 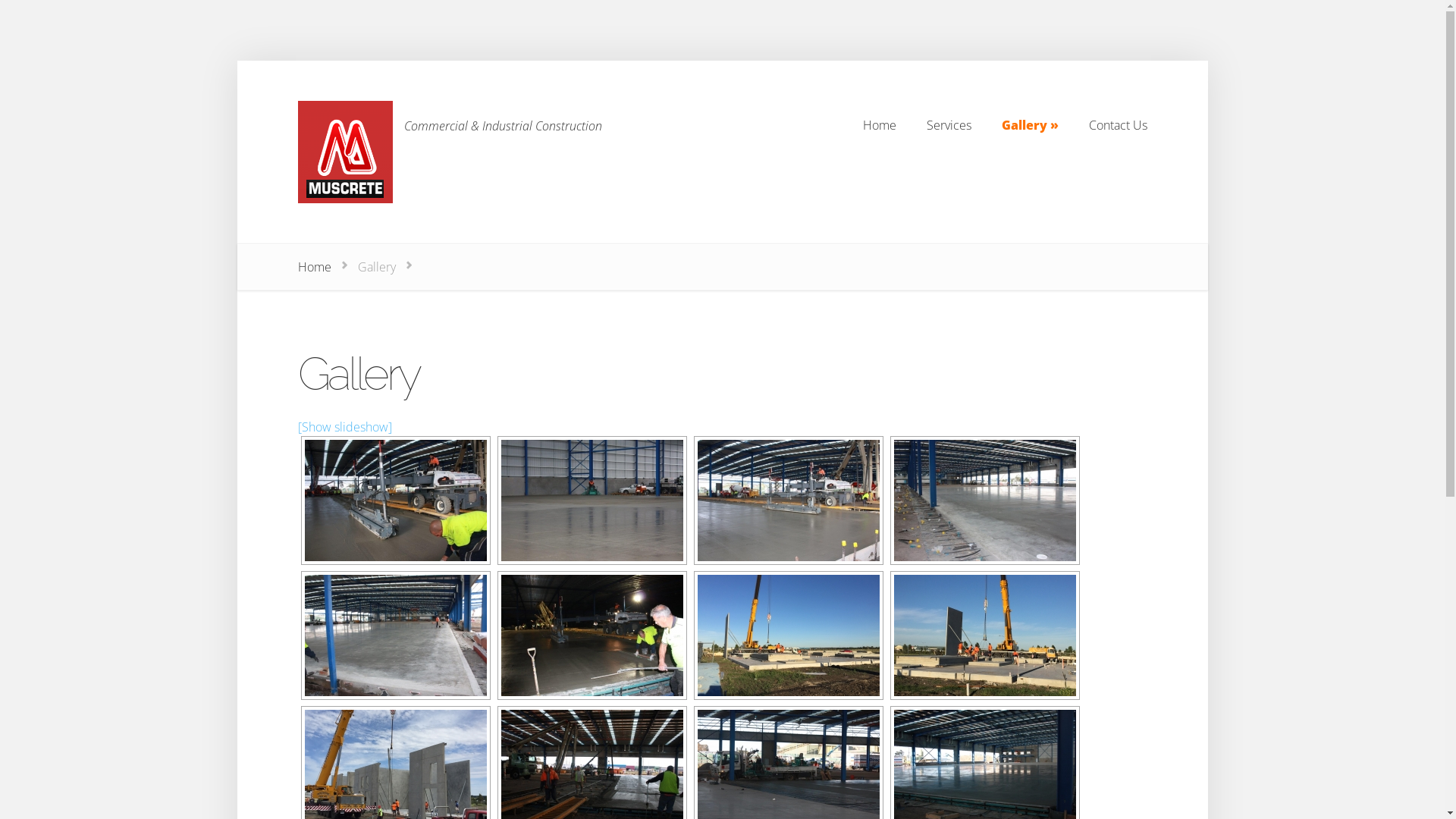 I want to click on 'Muscrete Jobs 049', so click(x=395, y=635).